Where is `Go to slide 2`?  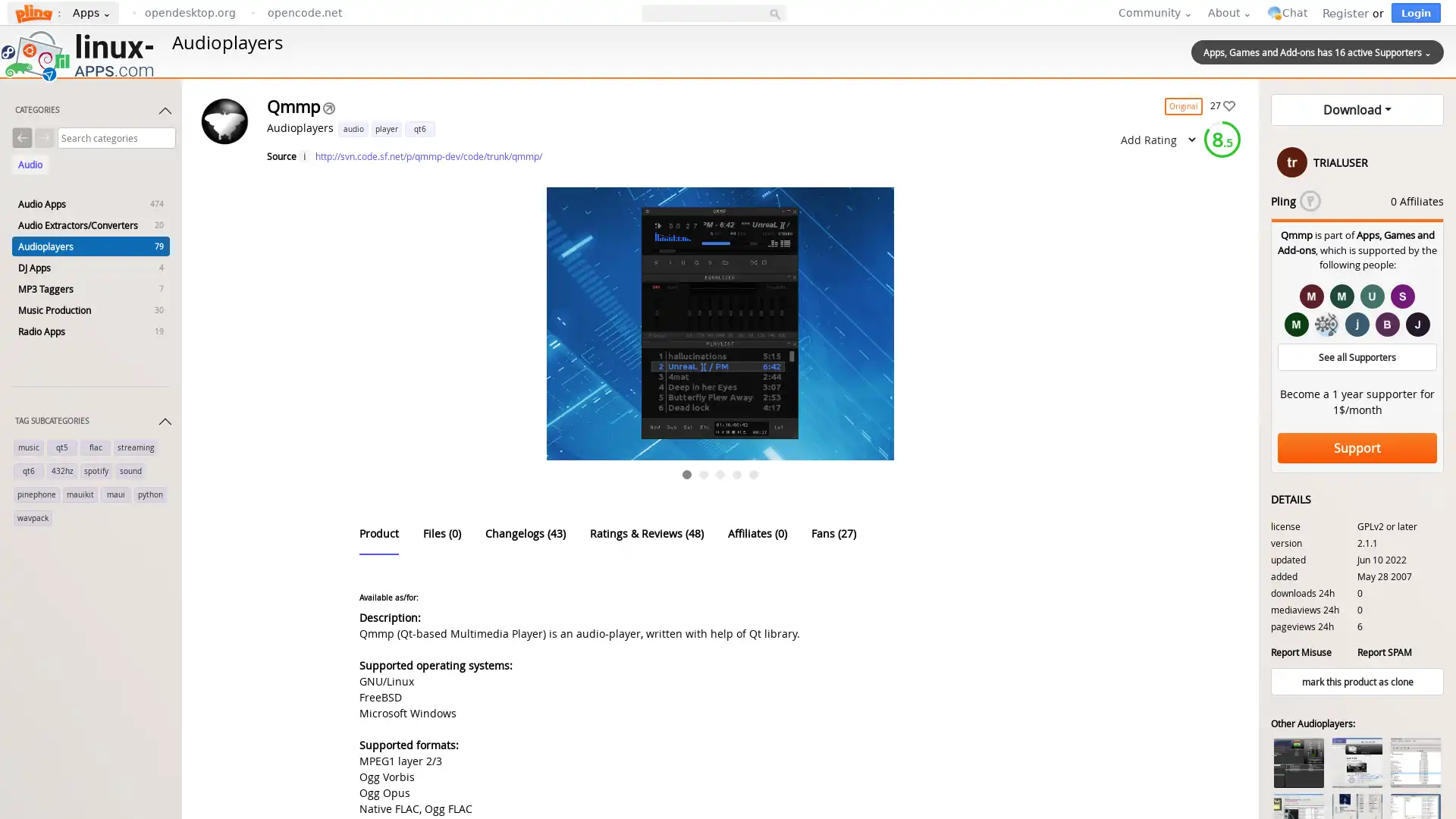
Go to slide 2 is located at coordinates (702, 473).